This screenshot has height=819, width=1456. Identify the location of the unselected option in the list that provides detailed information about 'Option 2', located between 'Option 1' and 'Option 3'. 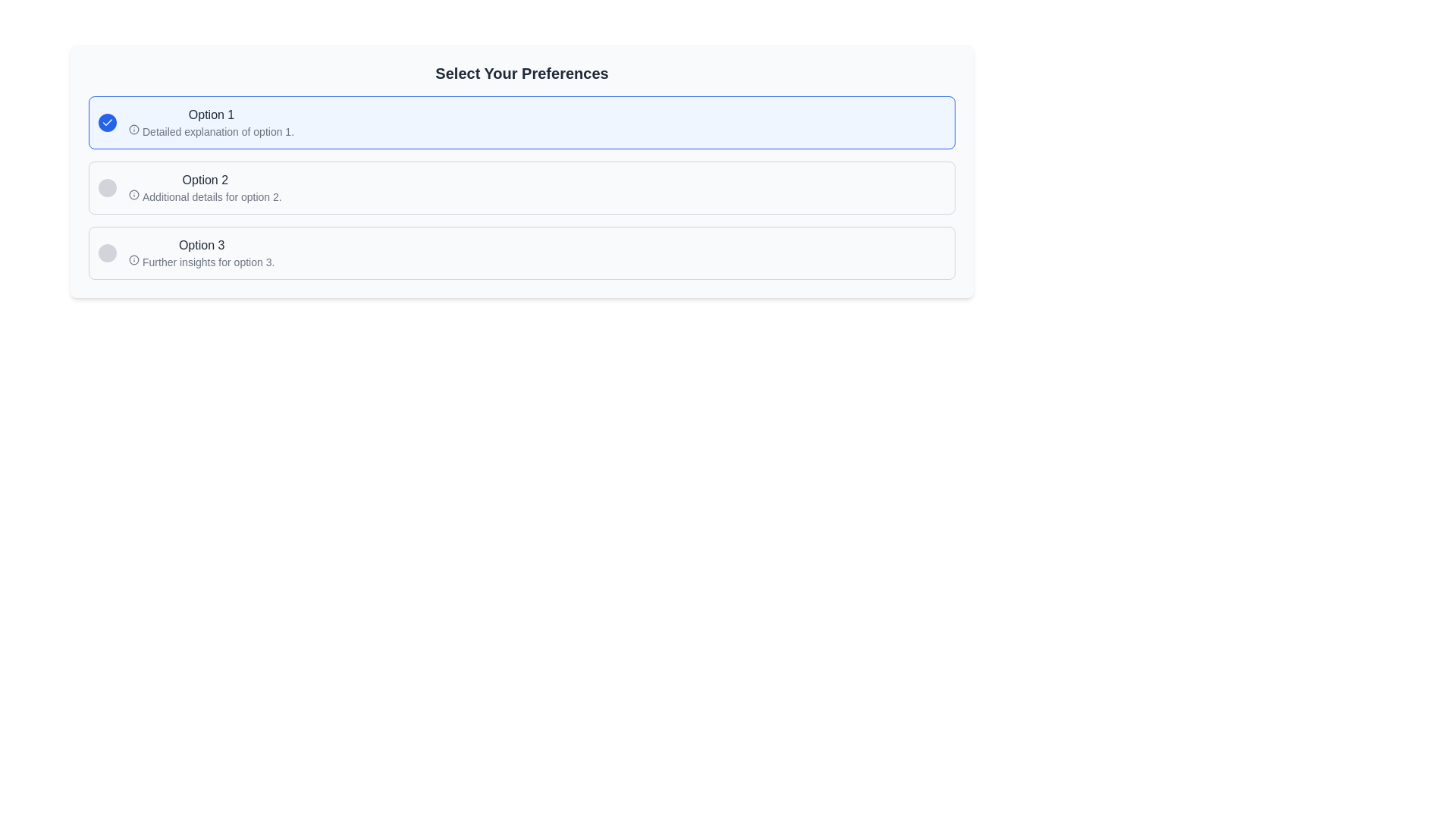
(522, 187).